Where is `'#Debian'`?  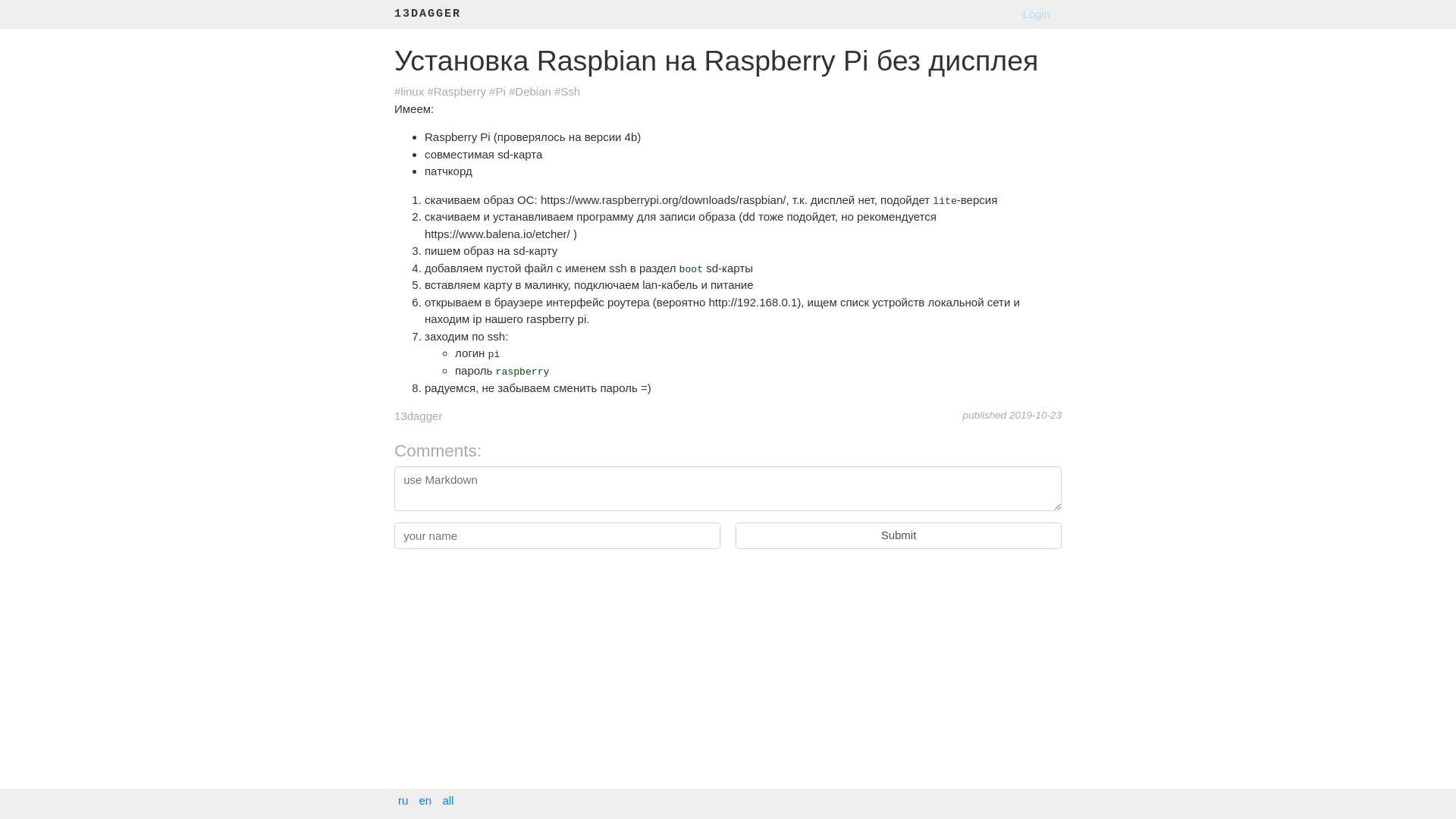
'#Debian' is located at coordinates (530, 91).